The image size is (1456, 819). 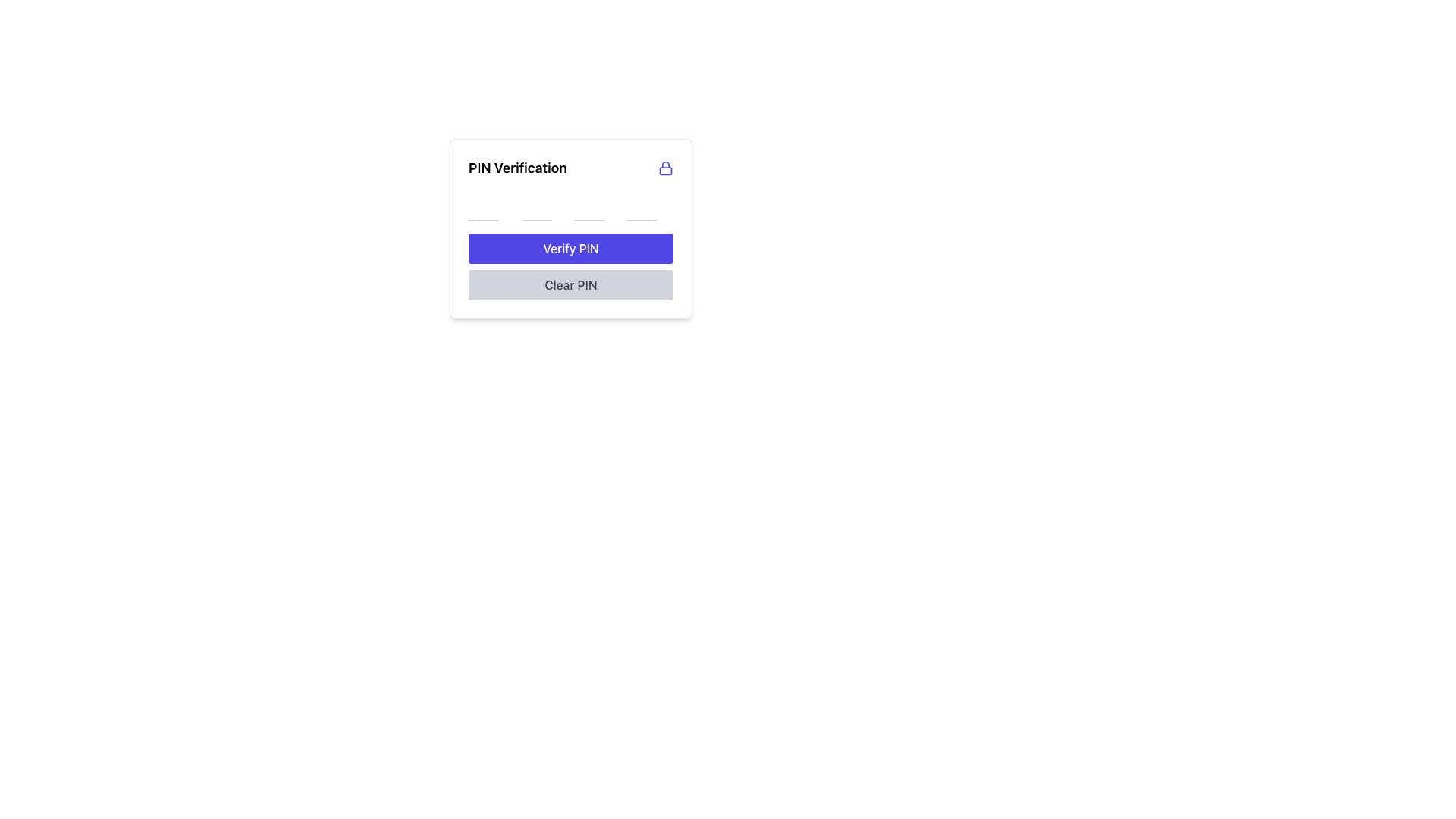 What do you see at coordinates (666, 168) in the screenshot?
I see `the lock icon located to the right of the 'PIN Verification' text, which has a rectangular body with rounded corners and a semi-circular top in indigo color` at bounding box center [666, 168].